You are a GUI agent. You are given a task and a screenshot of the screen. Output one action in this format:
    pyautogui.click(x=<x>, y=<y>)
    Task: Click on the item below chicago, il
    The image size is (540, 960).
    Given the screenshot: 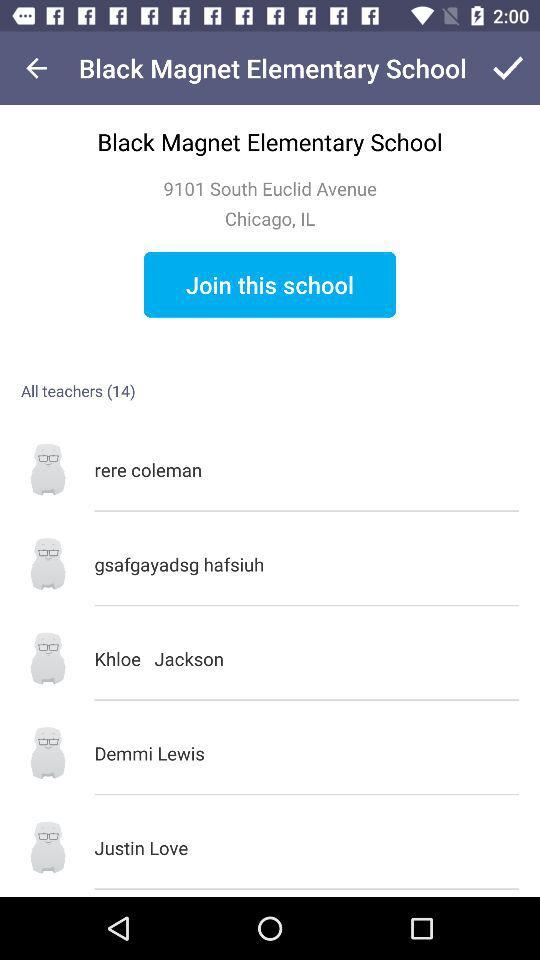 What is the action you would take?
    pyautogui.click(x=270, y=283)
    